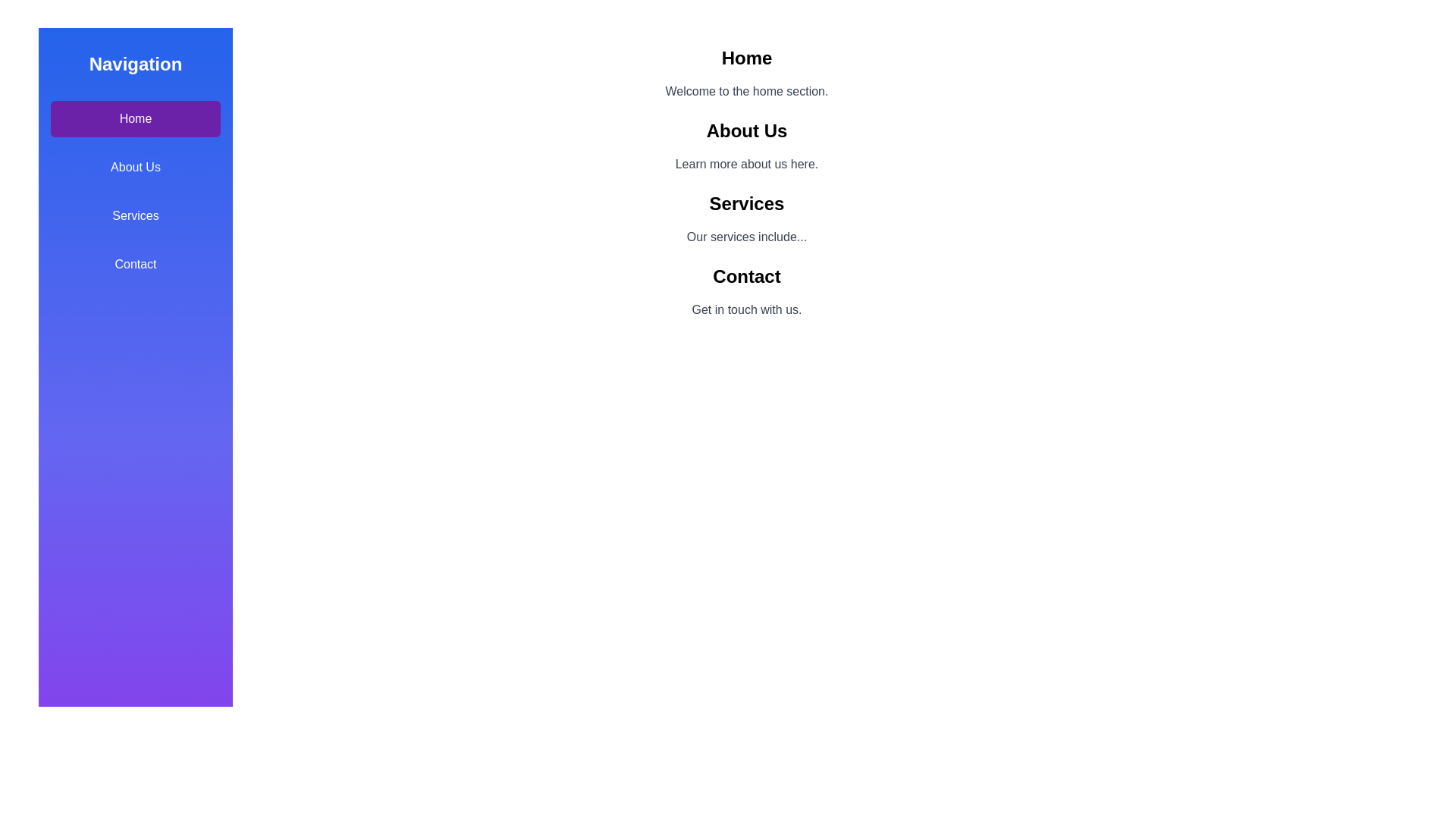 This screenshot has height=819, width=1456. I want to click on the 'Contact' button, which is a rectangular button with a gradient blue background and white text, located beneath the 'Services' button in the vertical navigation menu, so click(135, 263).